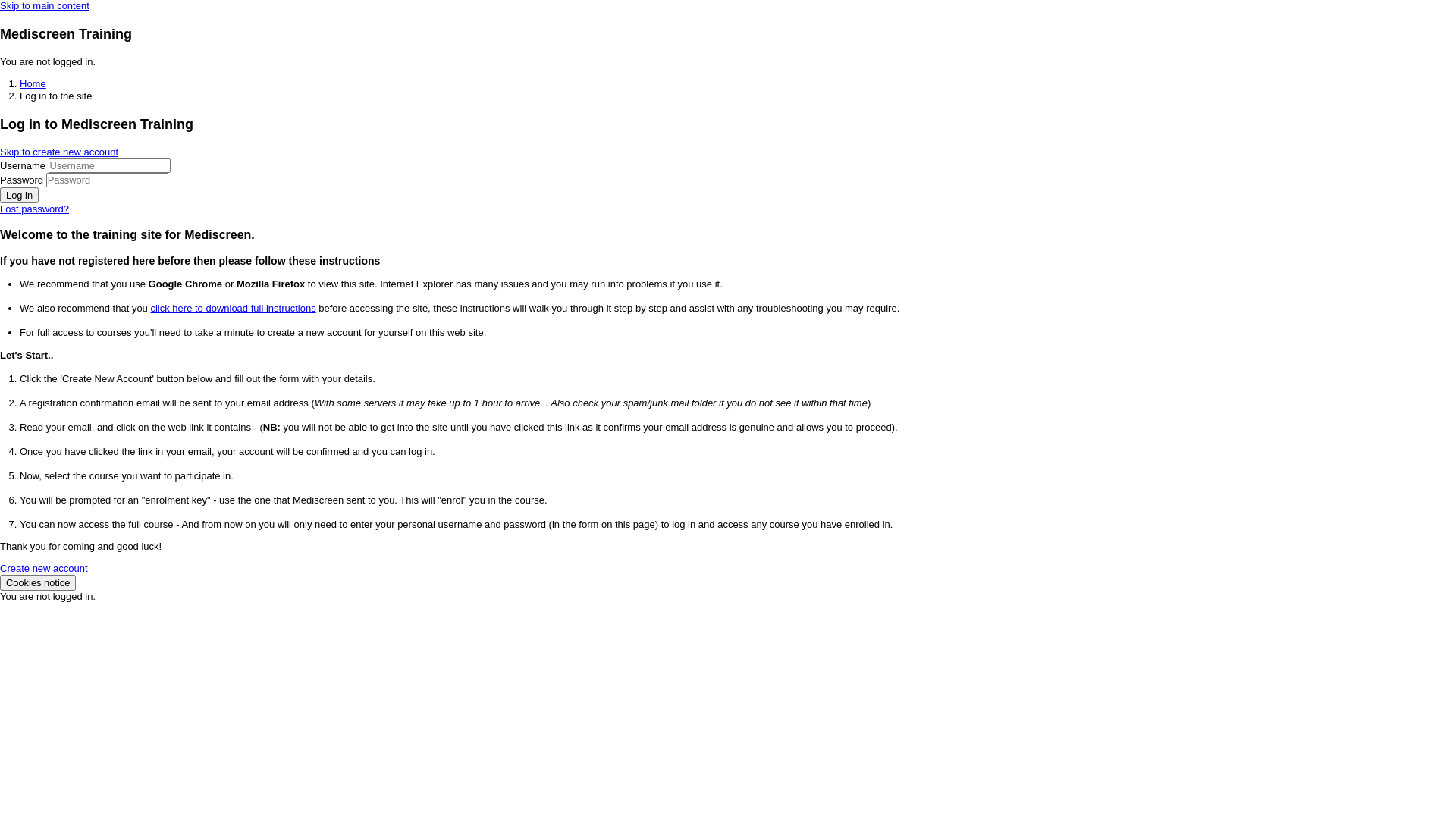 The width and height of the screenshot is (1456, 819). Describe the element at coordinates (58, 152) in the screenshot. I see `'Skip to create new account'` at that location.